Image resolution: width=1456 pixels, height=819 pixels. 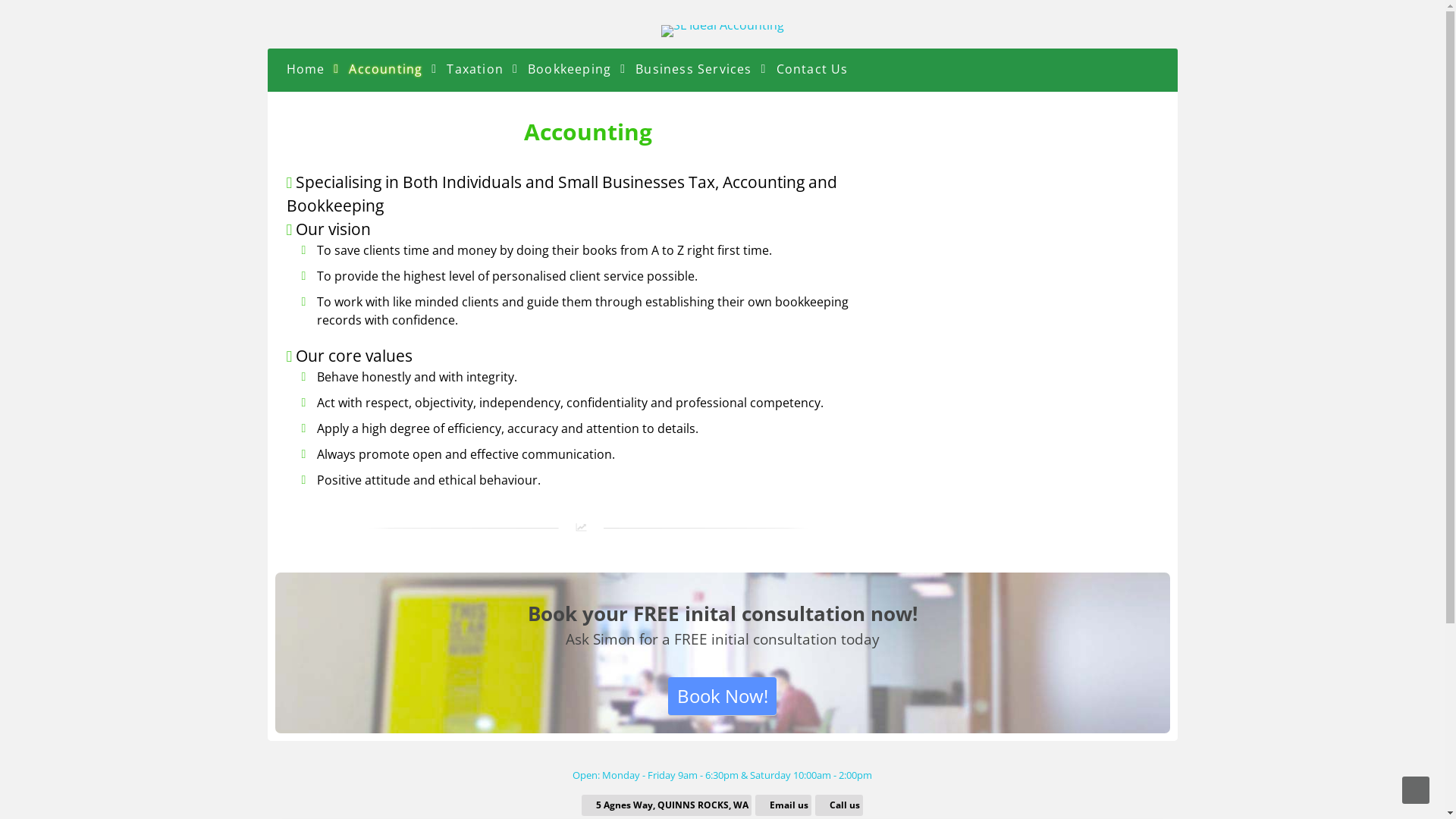 What do you see at coordinates (722, 25) in the screenshot?
I see `'SL Ideal Accounting'` at bounding box center [722, 25].